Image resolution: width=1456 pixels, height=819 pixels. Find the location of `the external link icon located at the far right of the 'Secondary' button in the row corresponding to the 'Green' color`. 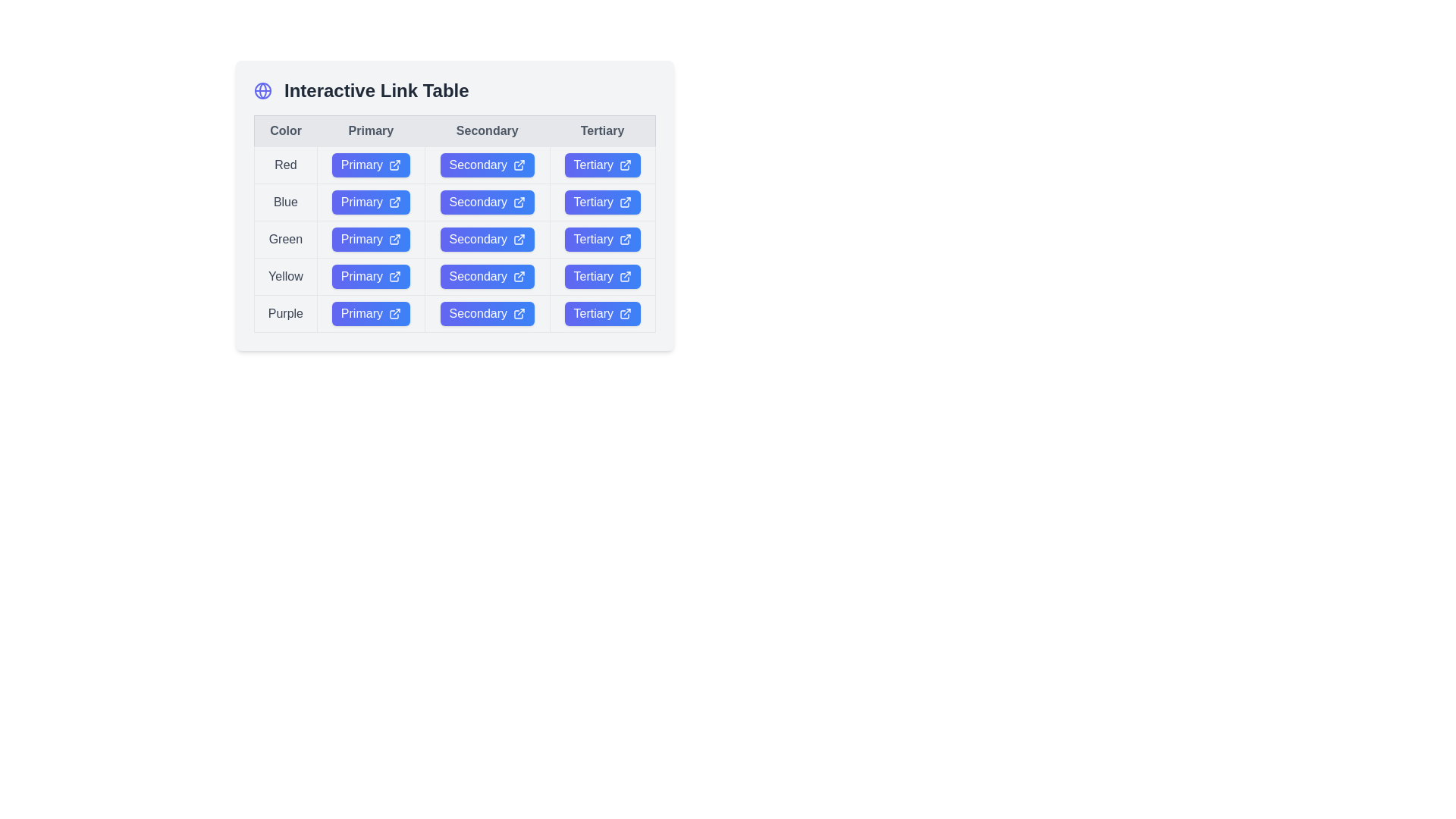

the external link icon located at the far right of the 'Secondary' button in the row corresponding to the 'Green' color is located at coordinates (519, 239).